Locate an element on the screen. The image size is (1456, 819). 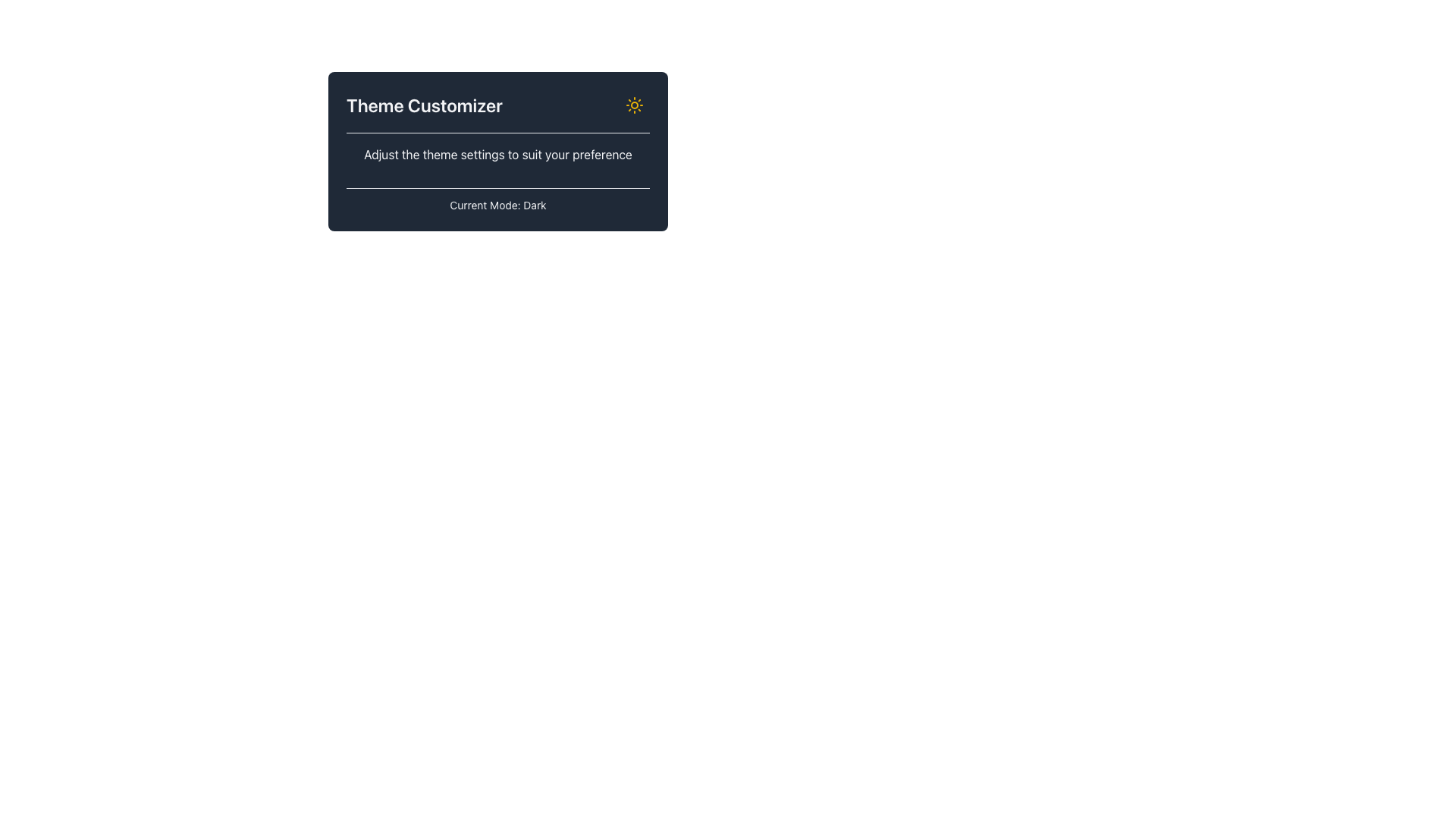
the static text displaying 'Adjust the theme settings to suit your preference', which is centrally aligned within the card beneath the header 'Theme Customizer' is located at coordinates (498, 161).